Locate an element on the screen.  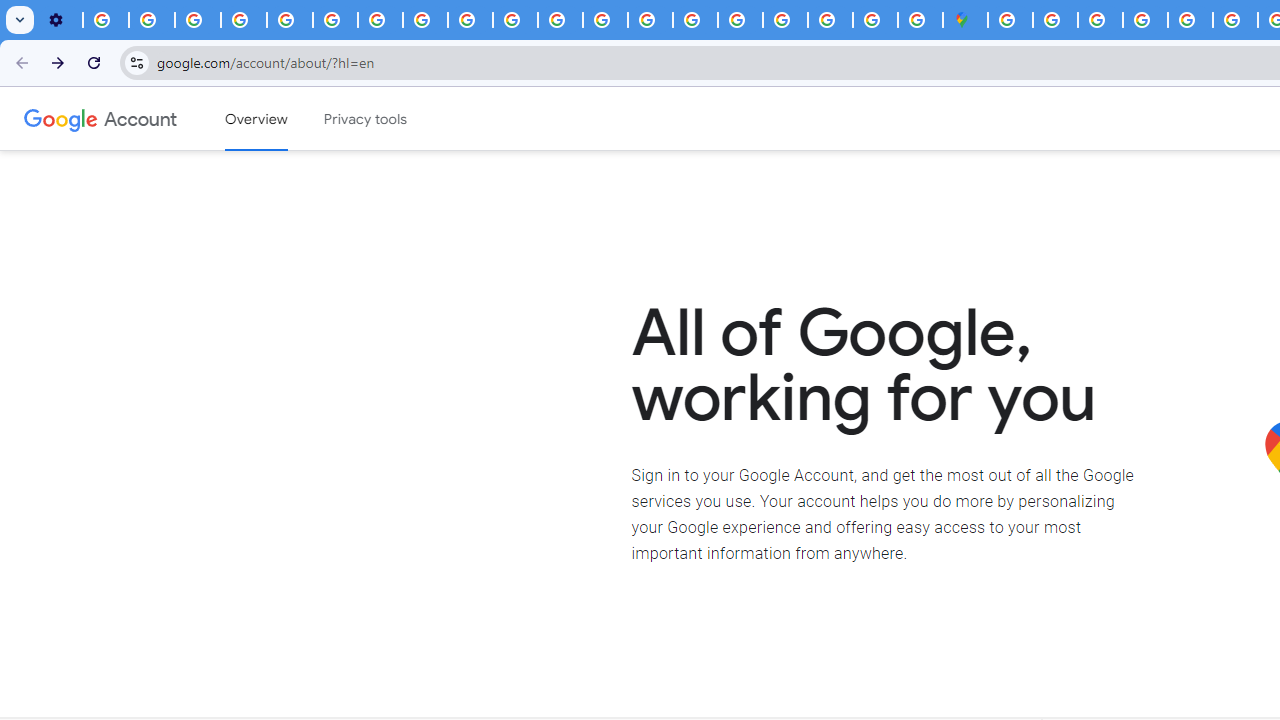
'Google Account overview' is located at coordinates (255, 119).